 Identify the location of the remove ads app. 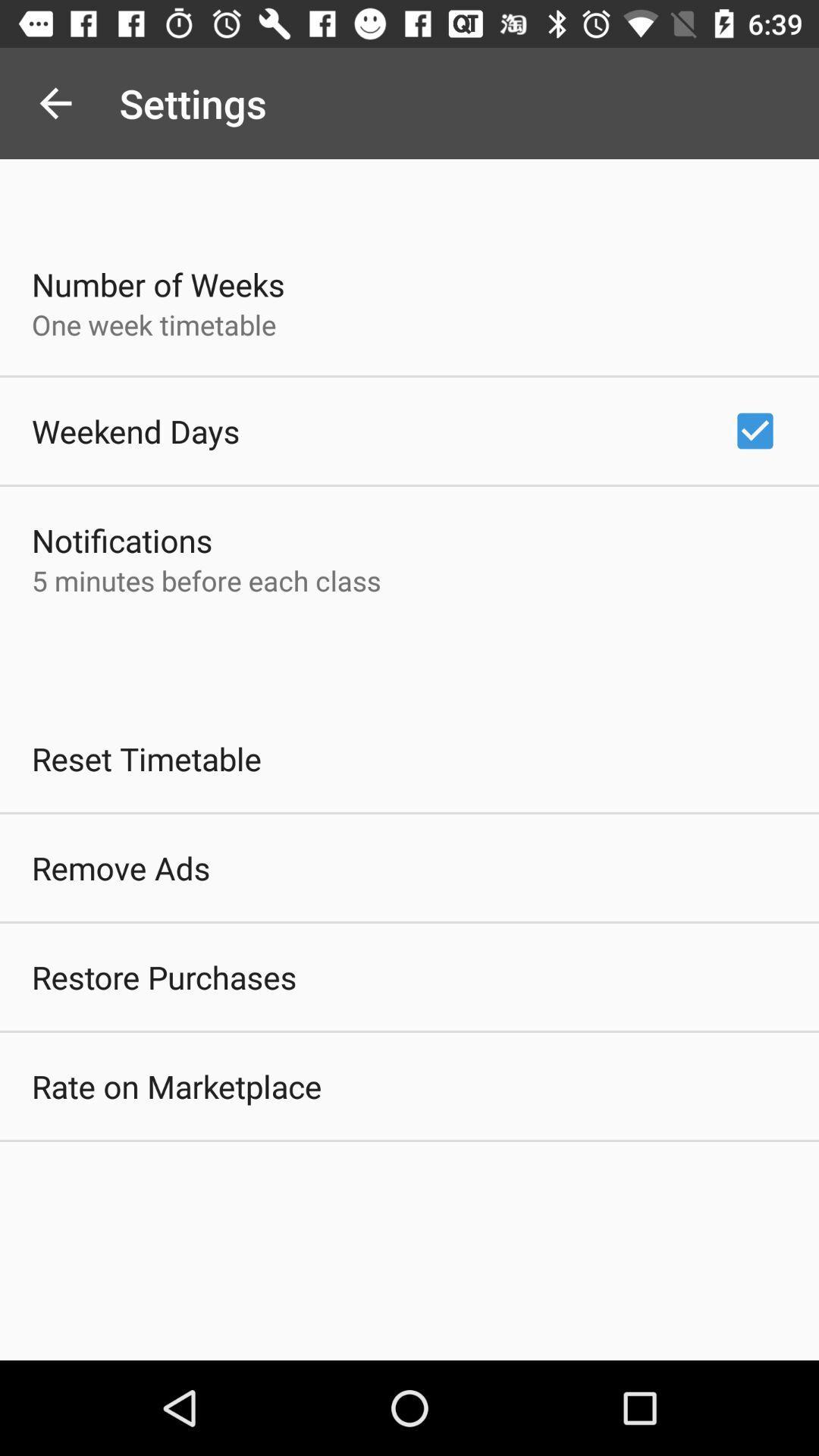
(120, 868).